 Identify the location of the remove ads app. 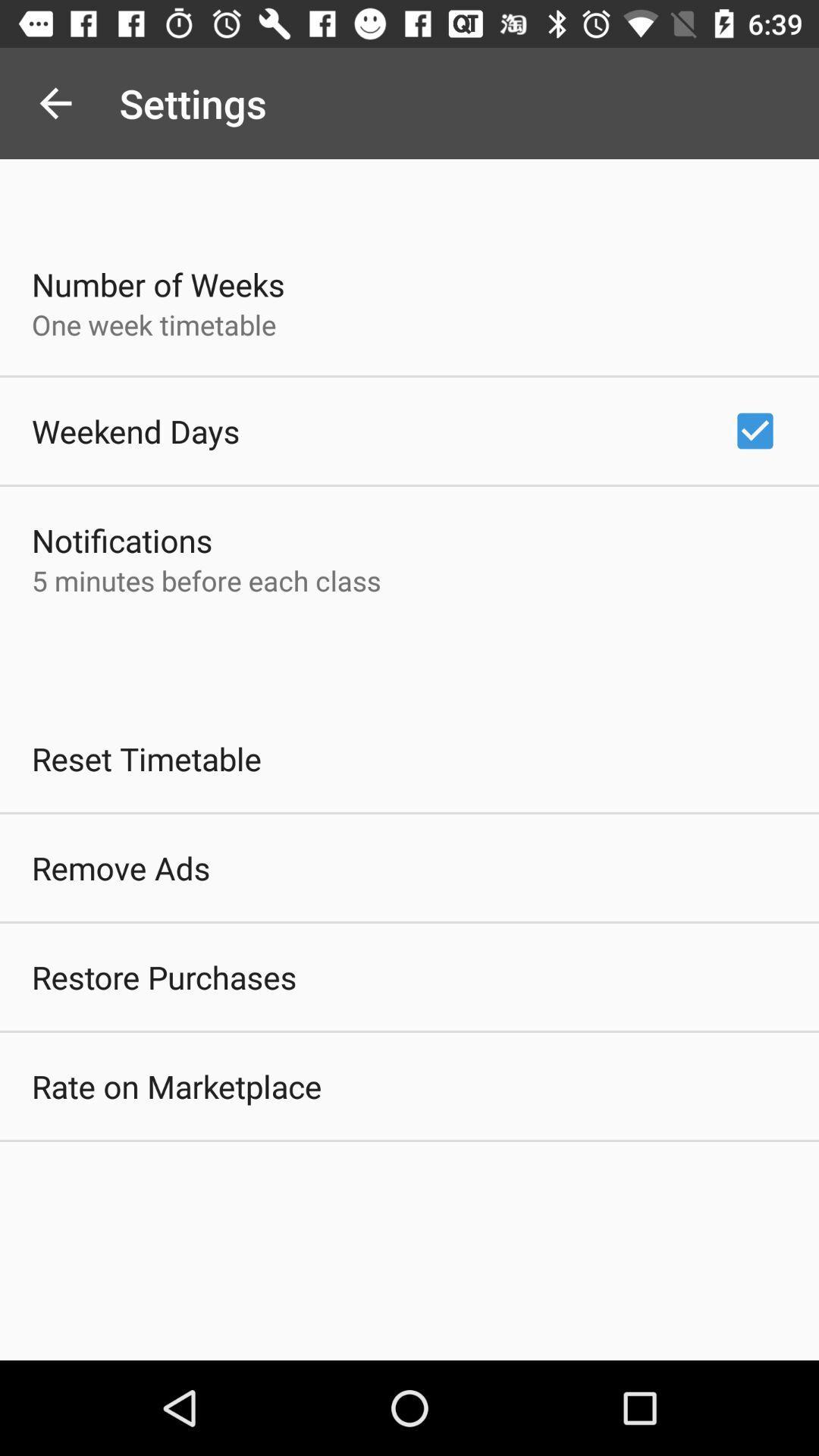
(120, 868).